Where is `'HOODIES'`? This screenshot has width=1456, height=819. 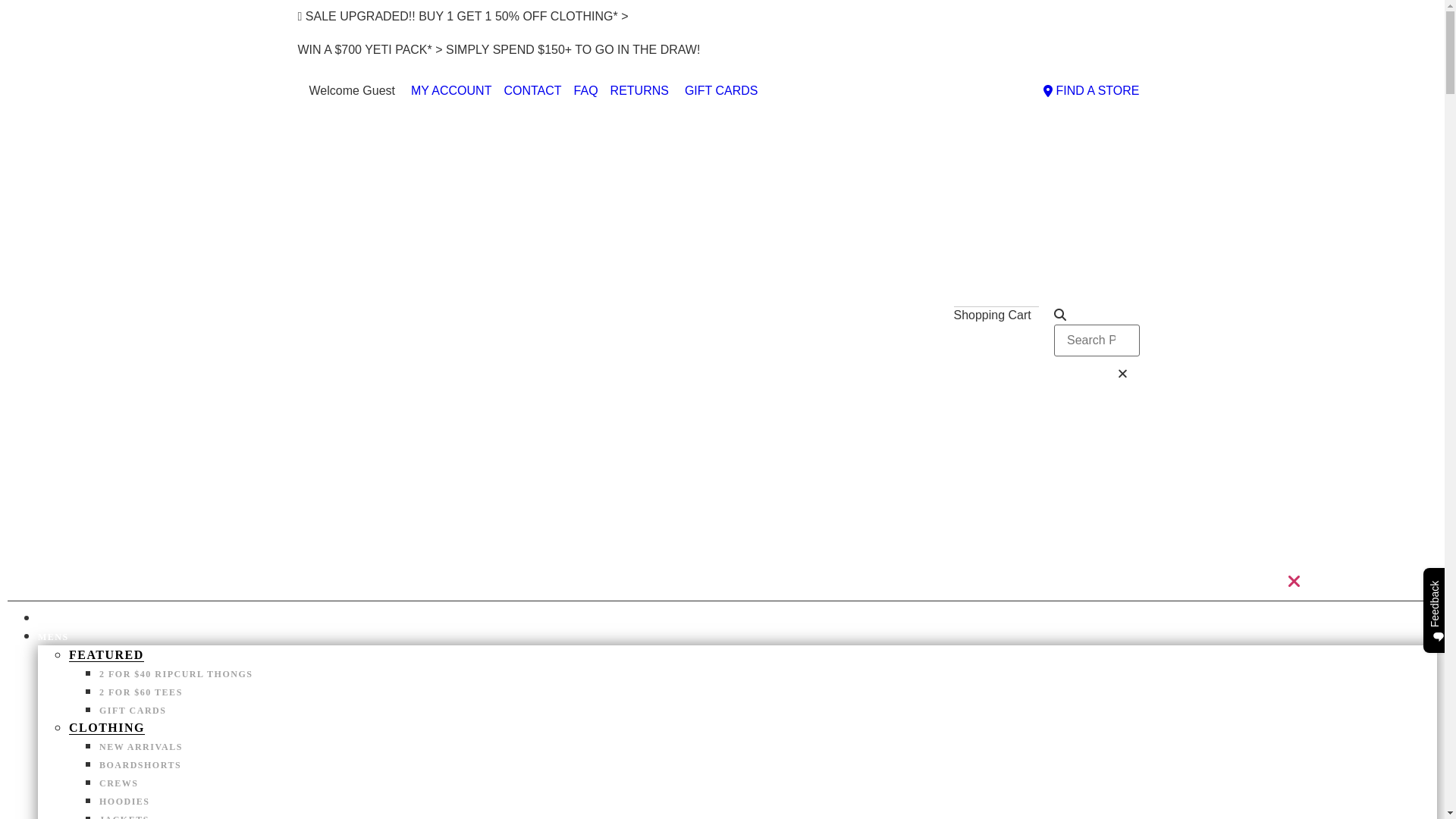
'HOODIES' is located at coordinates (98, 800).